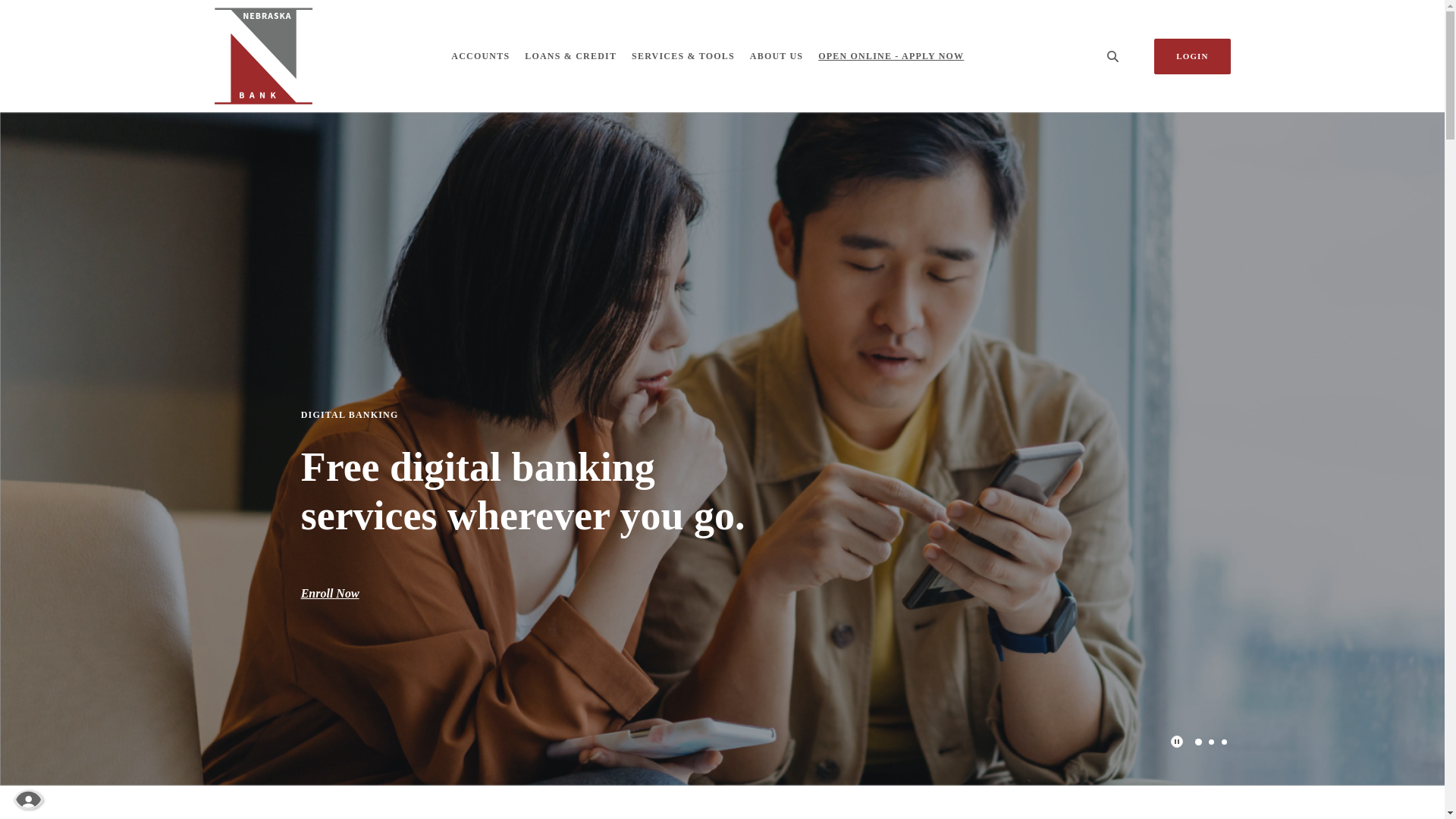 The height and width of the screenshot is (819, 1456). I want to click on '3', so click(1223, 741).